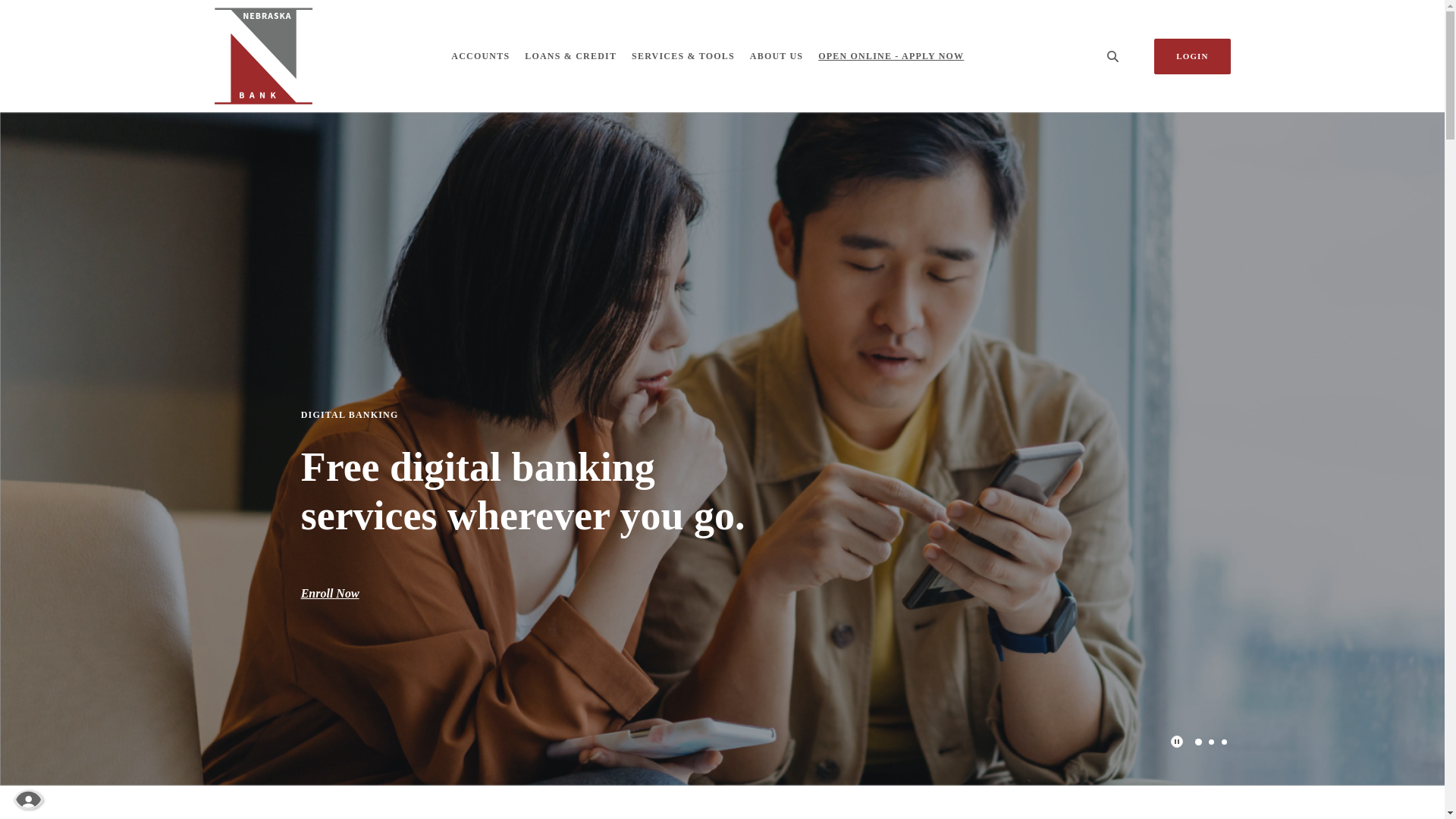 The height and width of the screenshot is (819, 1456). I want to click on '3', so click(1223, 741).